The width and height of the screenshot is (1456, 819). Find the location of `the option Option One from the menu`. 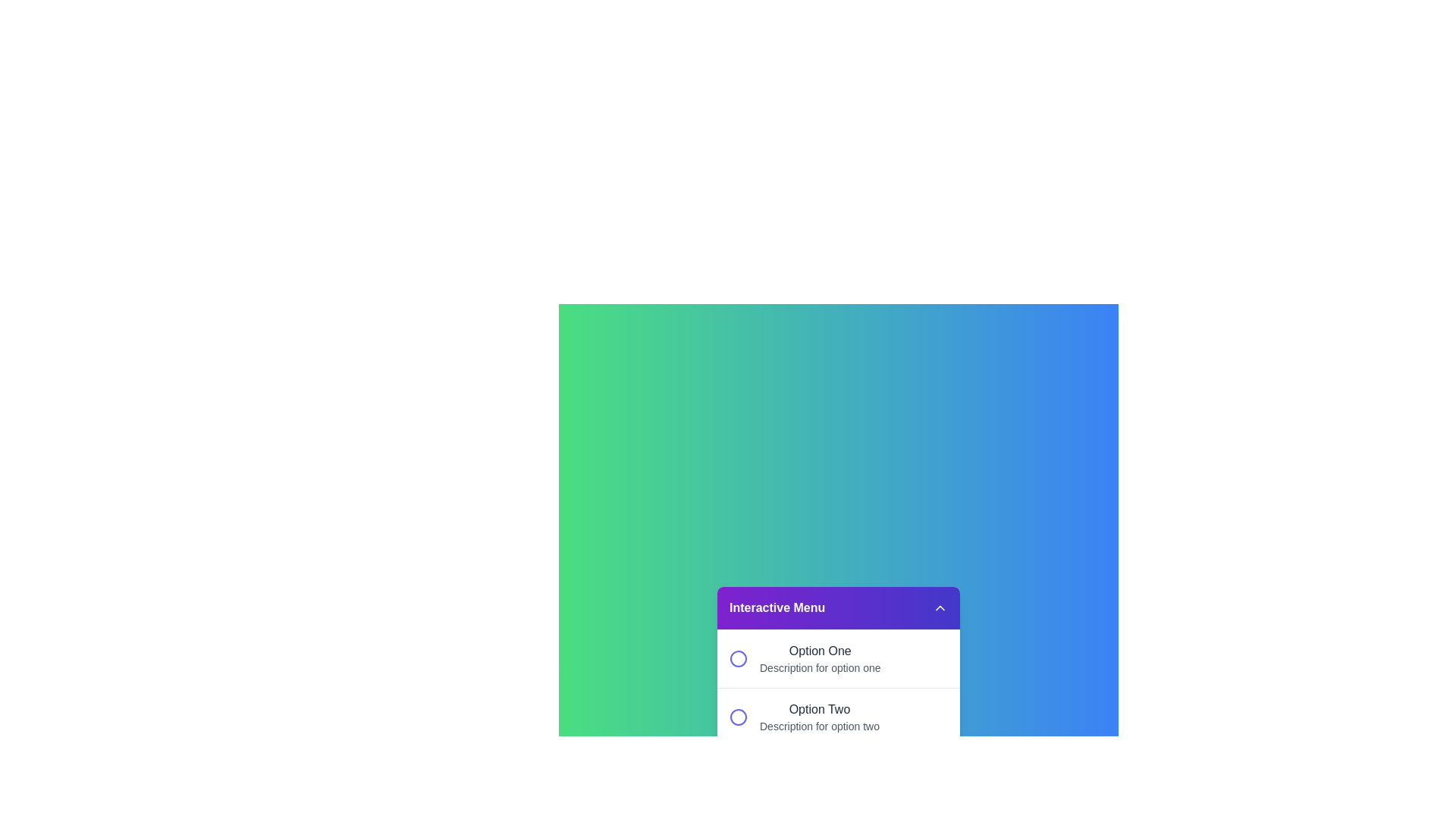

the option Option One from the menu is located at coordinates (837, 657).